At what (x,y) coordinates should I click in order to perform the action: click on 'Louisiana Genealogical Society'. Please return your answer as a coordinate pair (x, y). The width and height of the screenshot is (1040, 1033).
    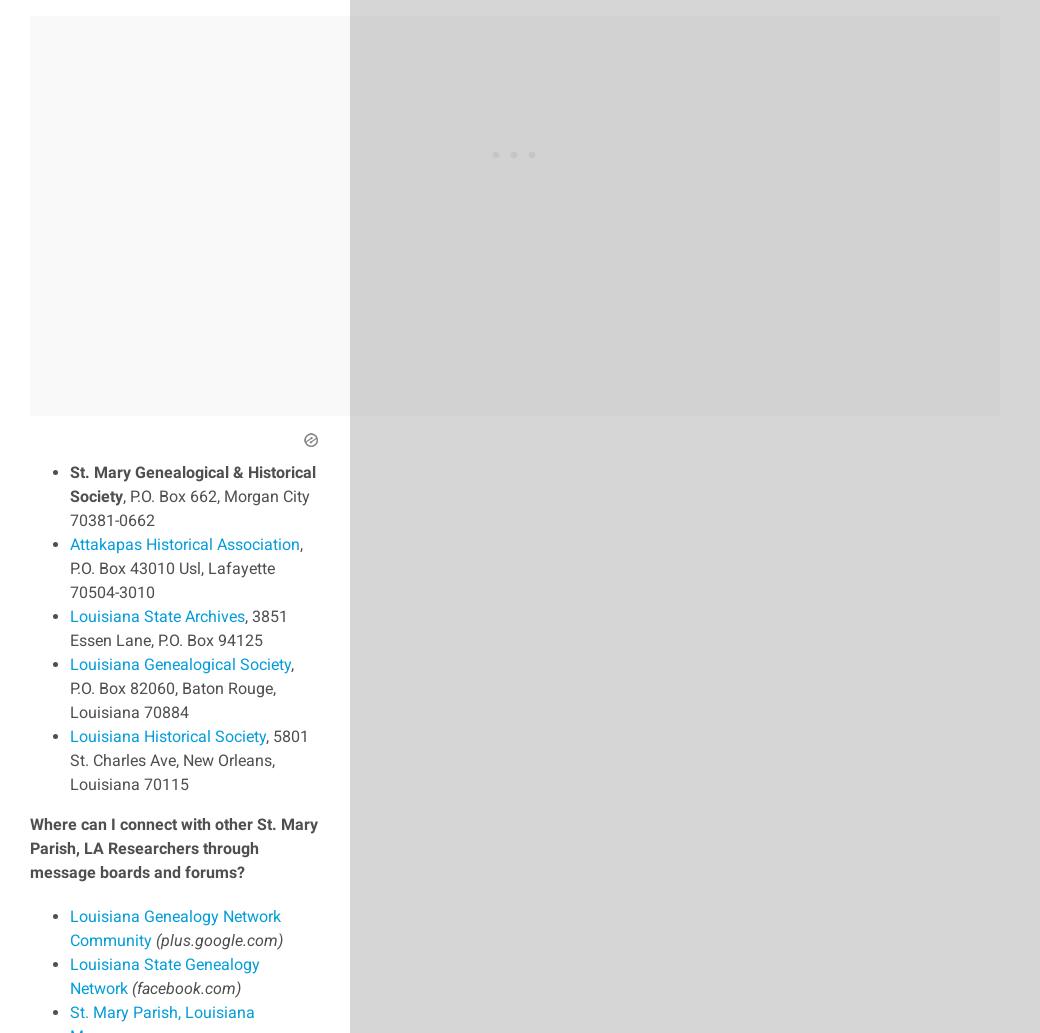
    Looking at the image, I should click on (180, 662).